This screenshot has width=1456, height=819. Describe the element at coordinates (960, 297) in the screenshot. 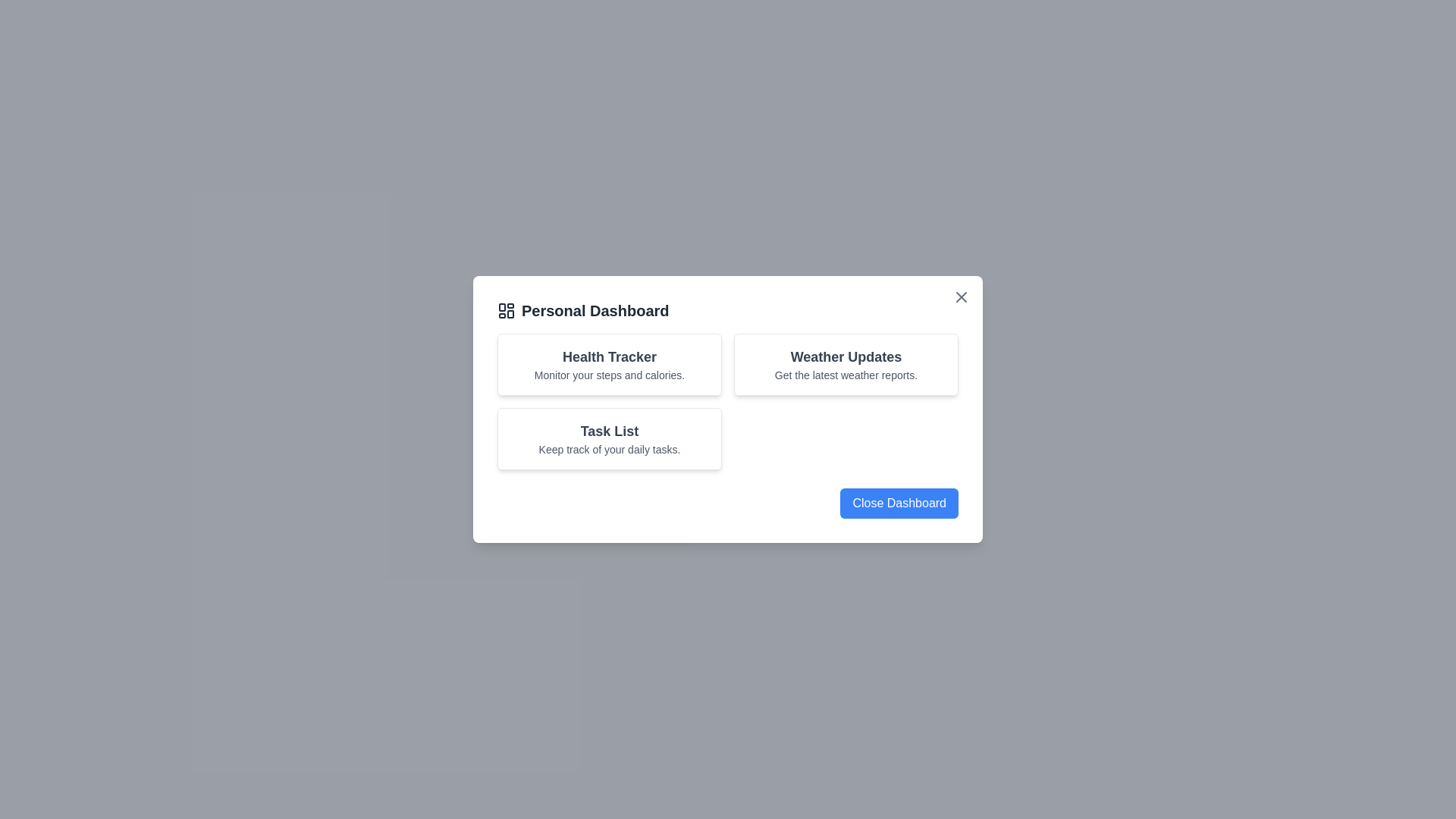

I see `the close button located at the top-right corner of the dialog to close it` at that location.